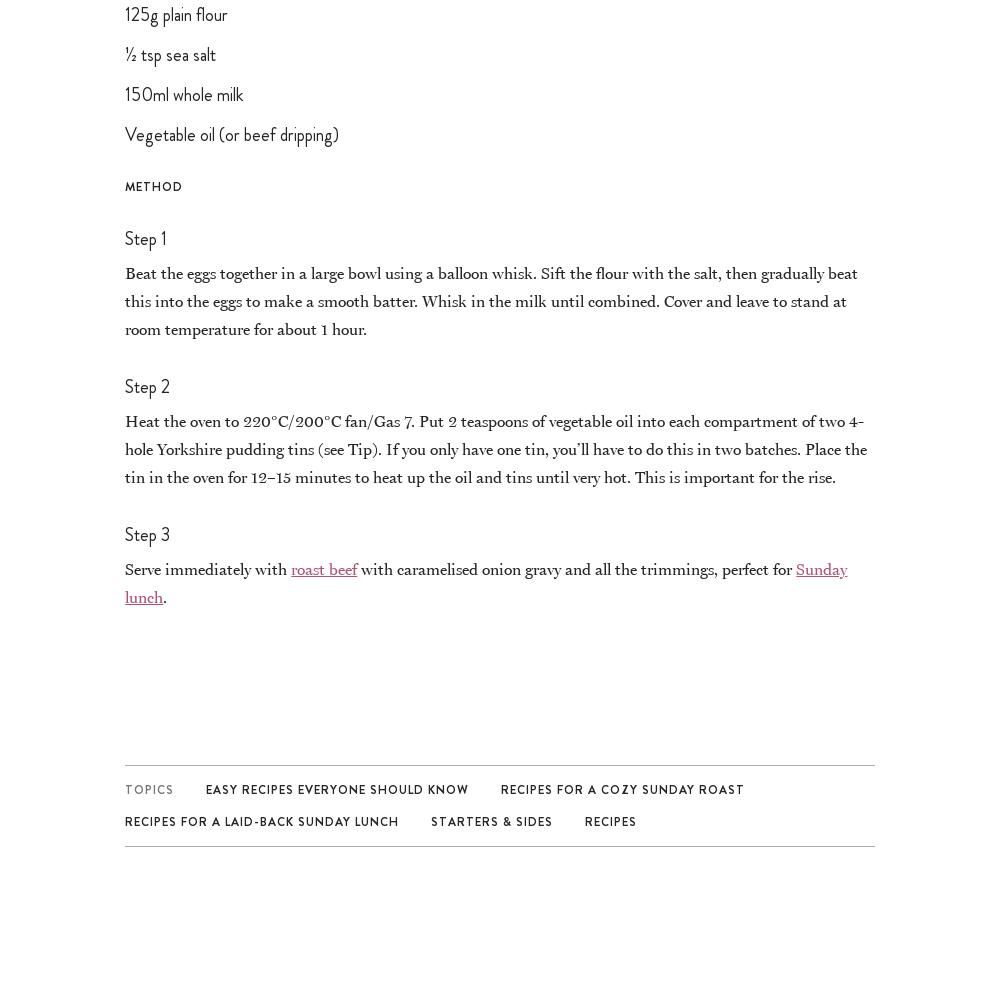 This screenshot has height=983, width=1000. I want to click on '.', so click(165, 595).